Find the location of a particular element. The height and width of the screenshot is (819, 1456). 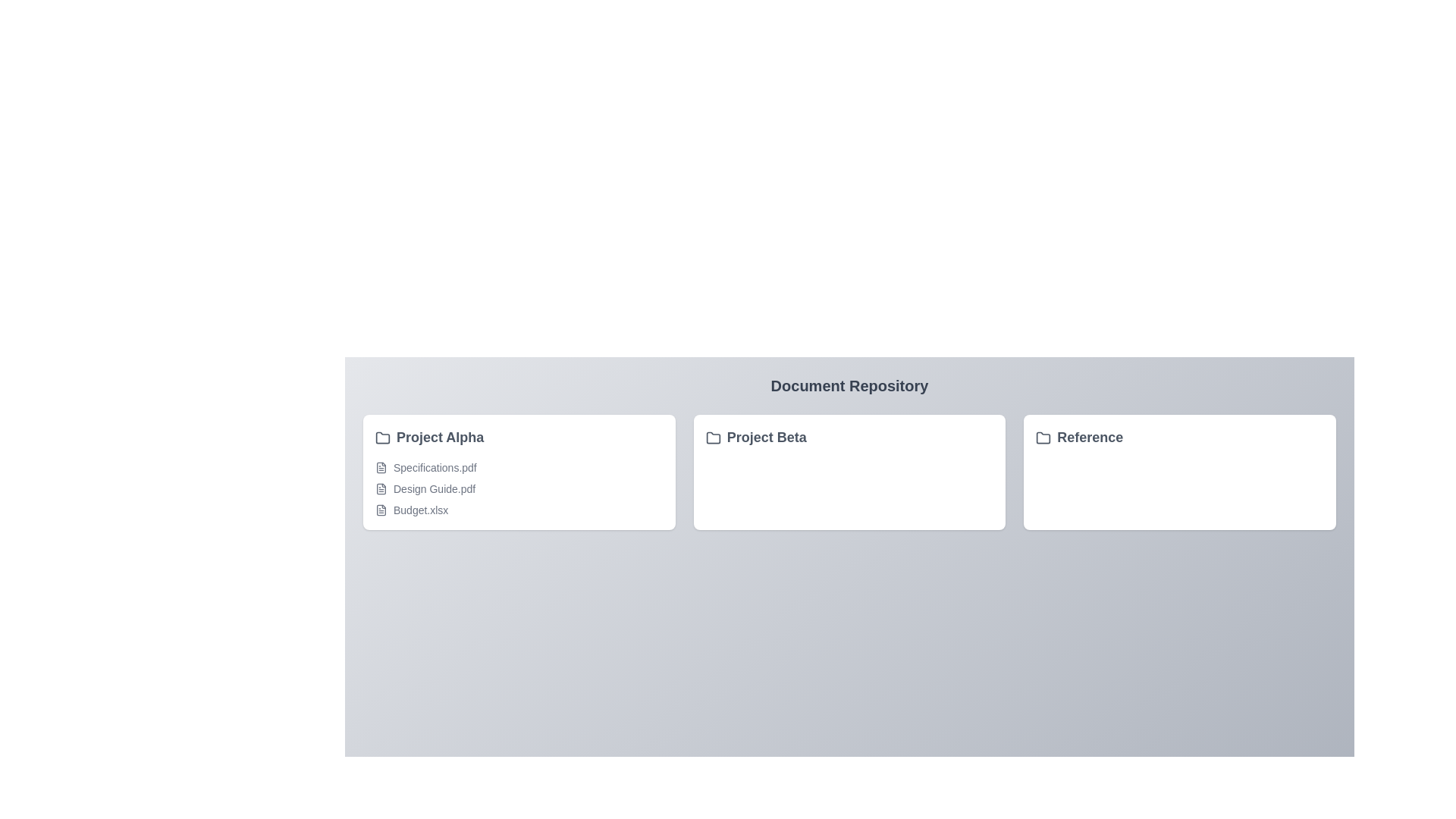

the folder icon located in the grid structure under the 'Project Alpha' section is located at coordinates (382, 438).